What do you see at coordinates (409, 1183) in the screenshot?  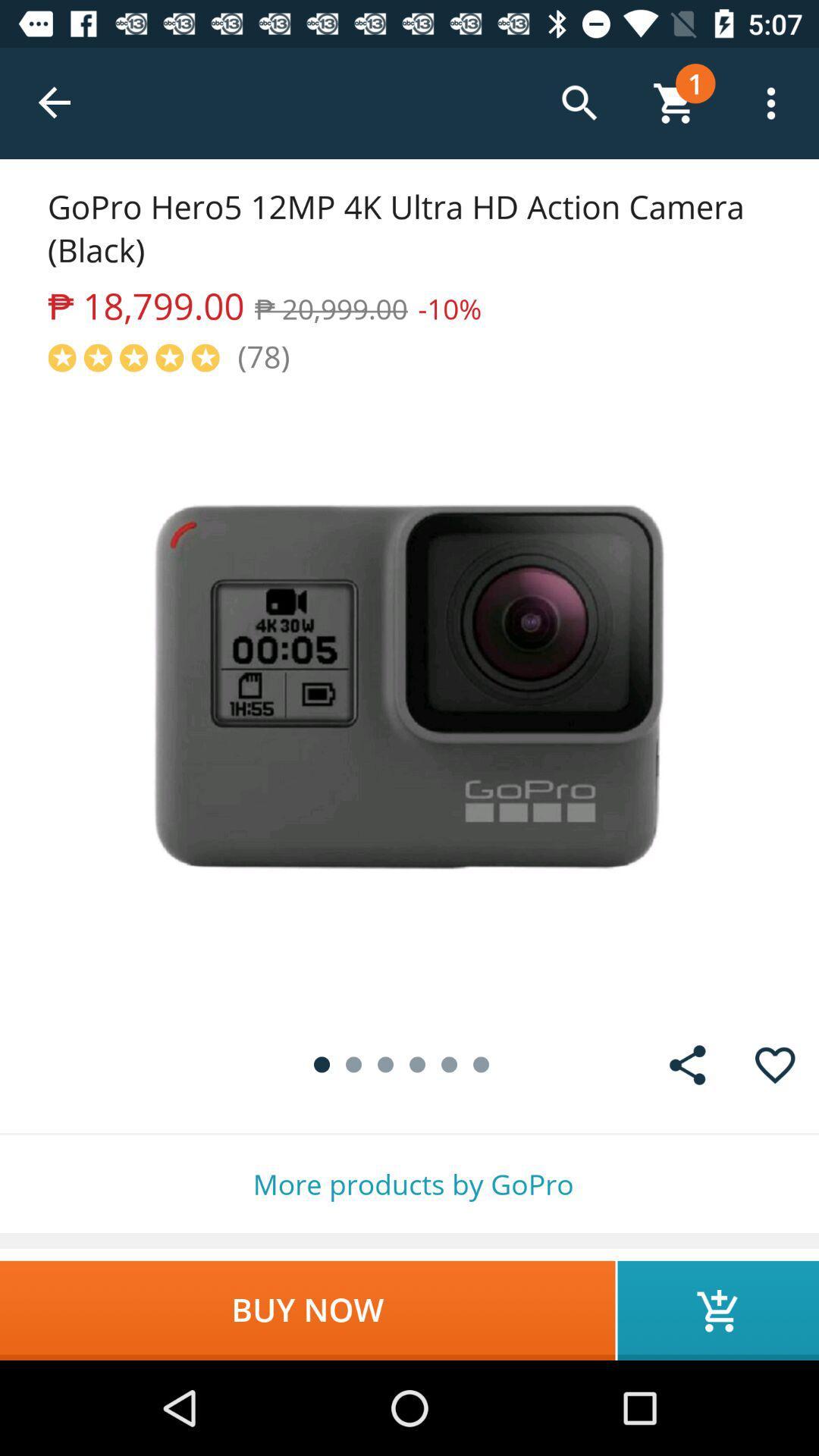 I see `the more products by icon` at bounding box center [409, 1183].